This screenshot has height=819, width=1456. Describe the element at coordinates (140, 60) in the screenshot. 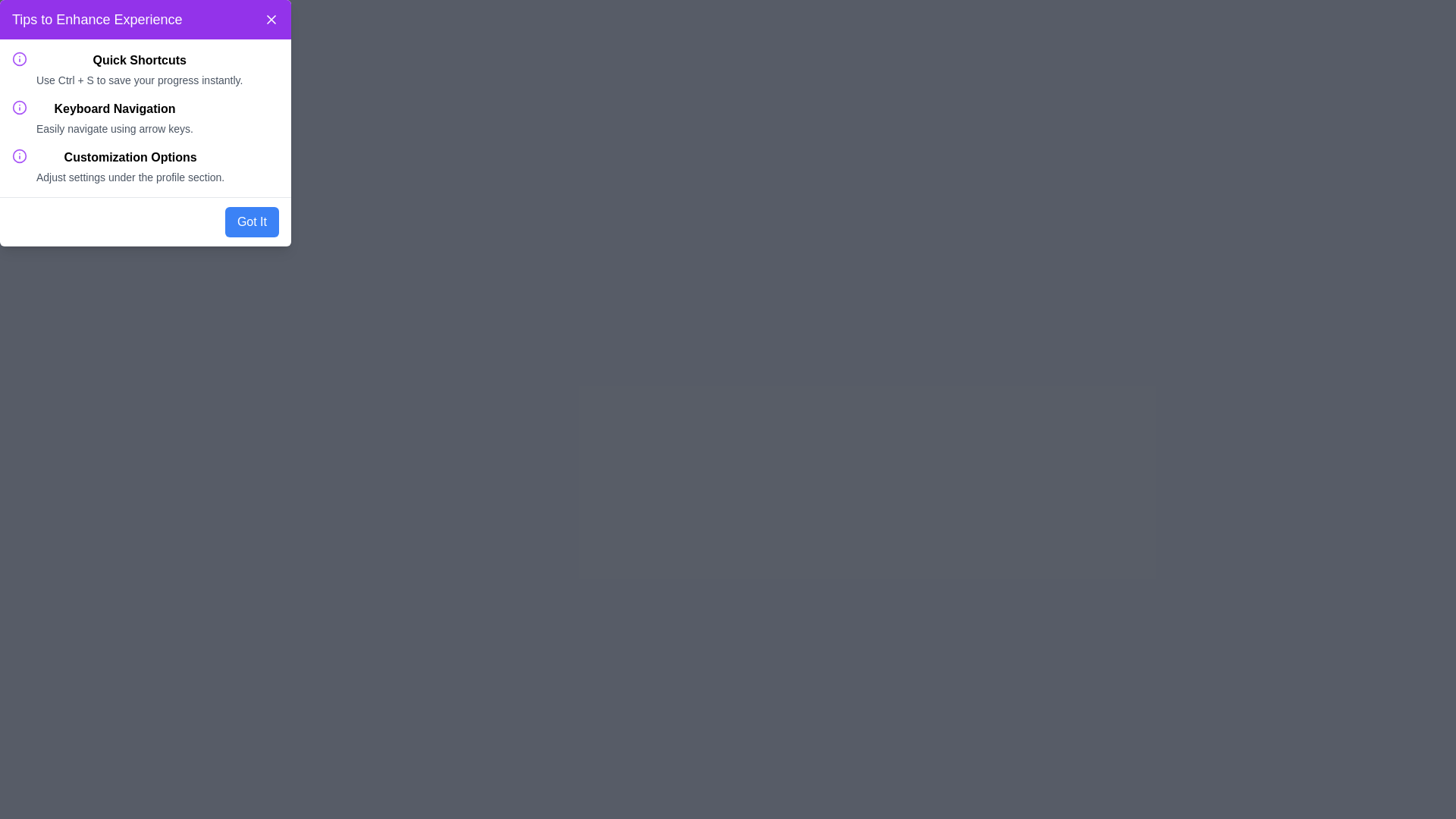

I see `the text headline 'Quick Shortcuts', which is styled bold and slightly larger, located at the top left of the popup titled 'Tips to Enhance Experience'` at that location.